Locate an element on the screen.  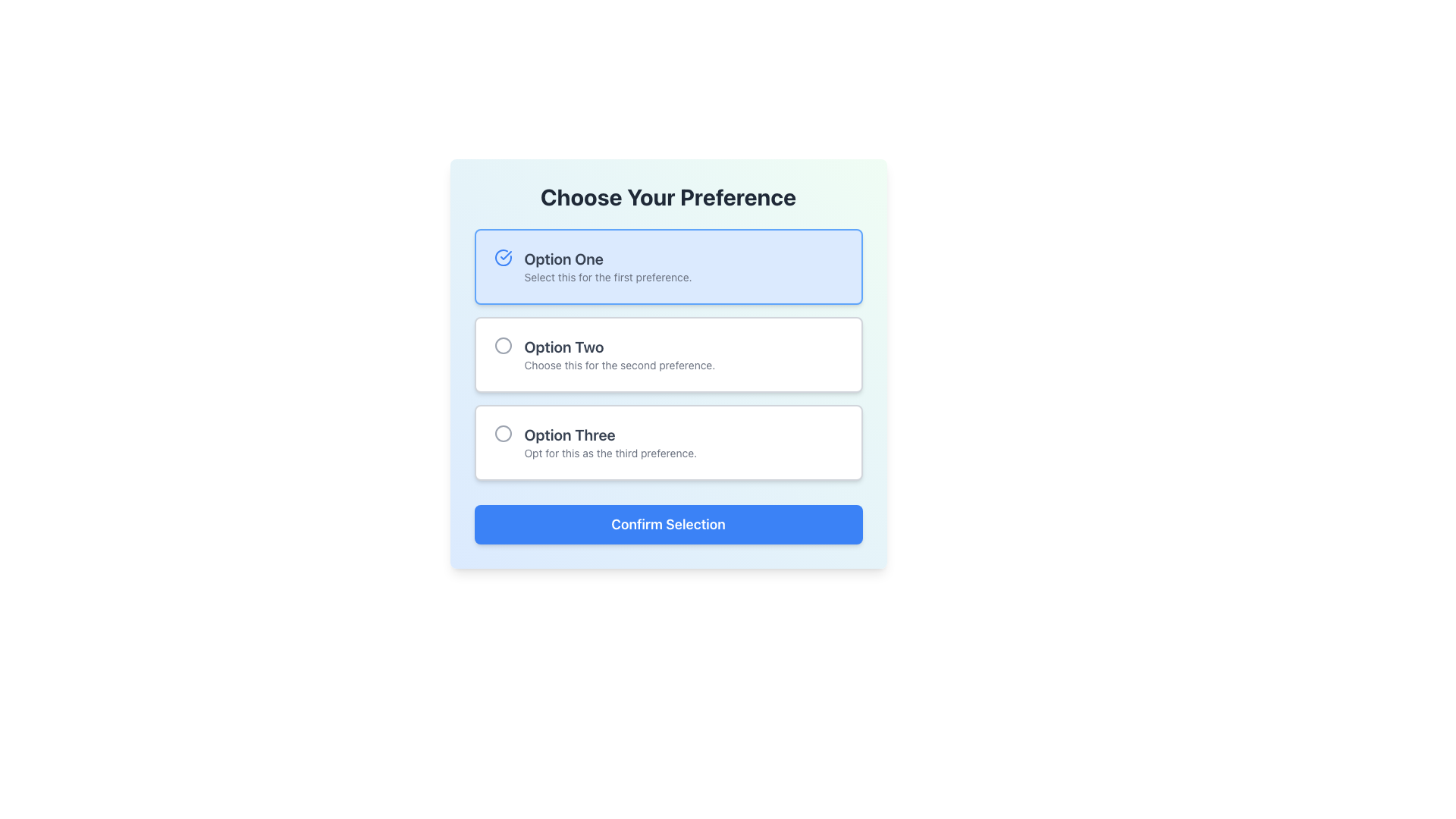
the 'Option Two' from the user preference selection interface by clicking on the corresponding text label component, which is formatted as a title and description within a card layout is located at coordinates (620, 354).